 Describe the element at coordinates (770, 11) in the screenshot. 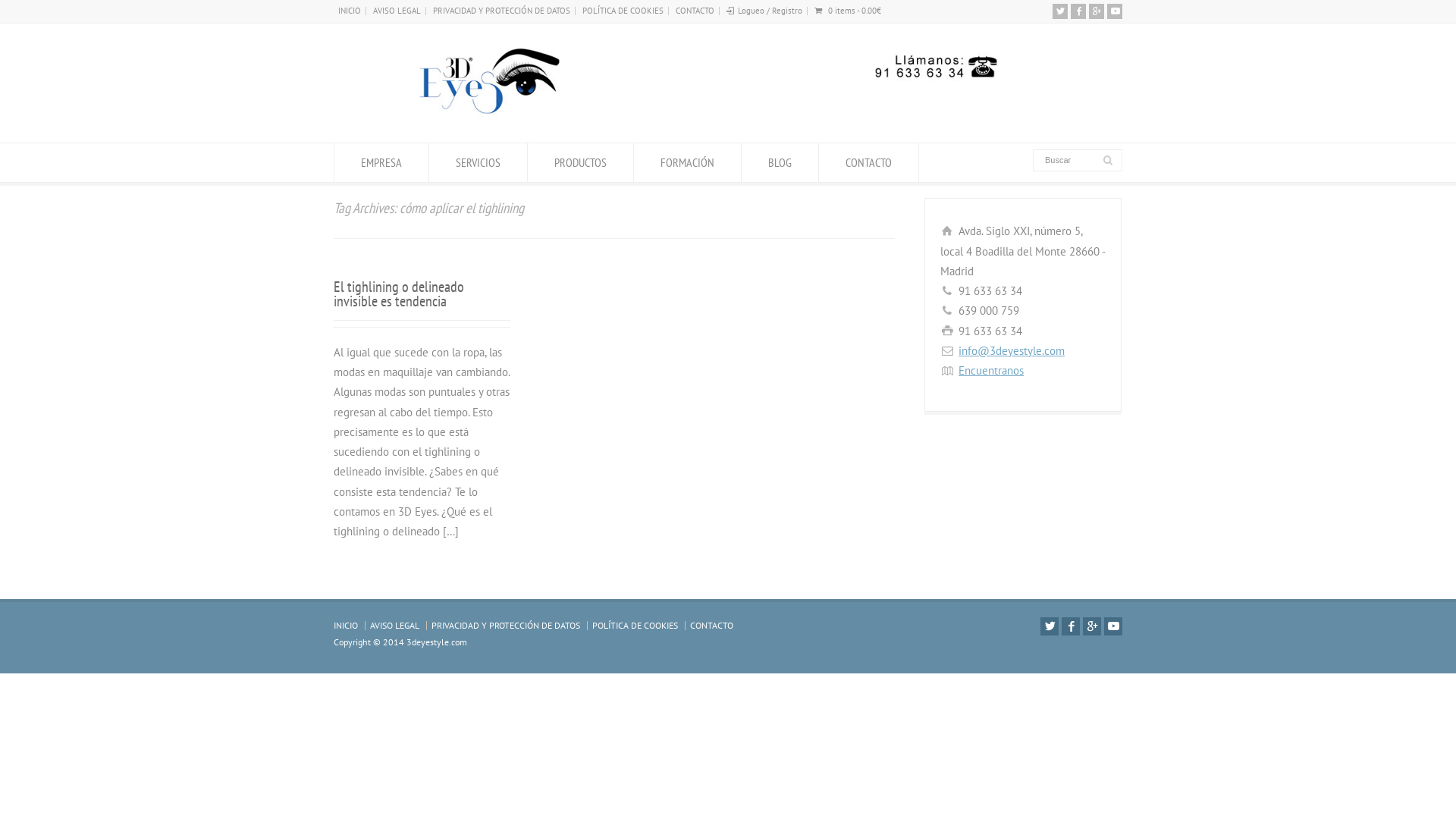

I see `'Logueo / Registro'` at that location.